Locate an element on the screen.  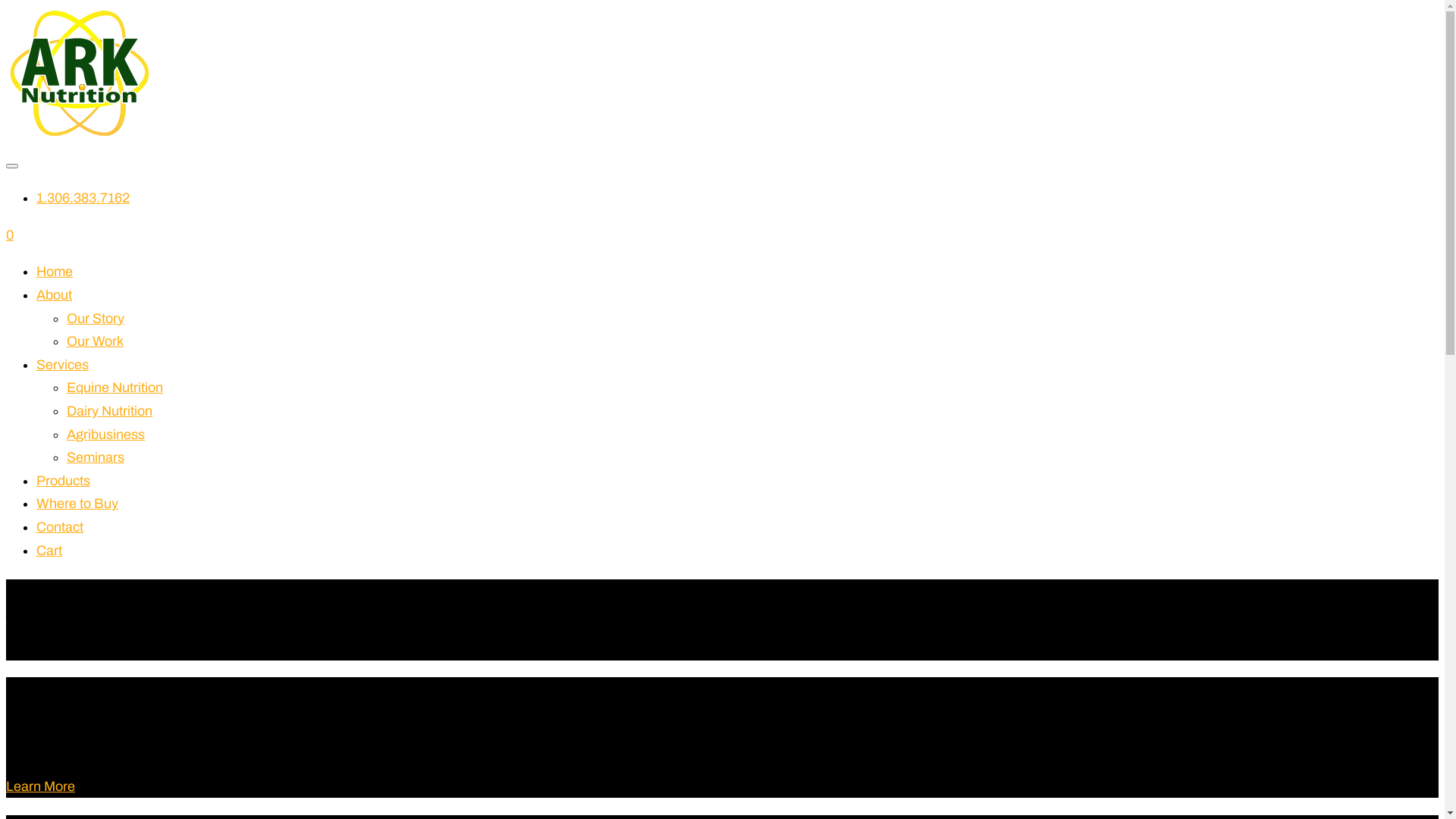
'Dairy Nutrition' is located at coordinates (108, 411).